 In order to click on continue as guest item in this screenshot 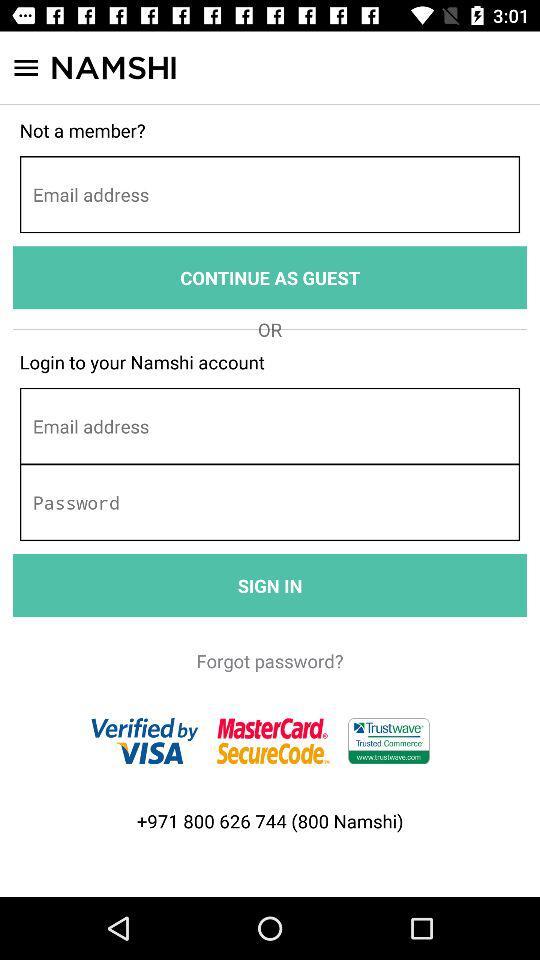, I will do `click(270, 276)`.